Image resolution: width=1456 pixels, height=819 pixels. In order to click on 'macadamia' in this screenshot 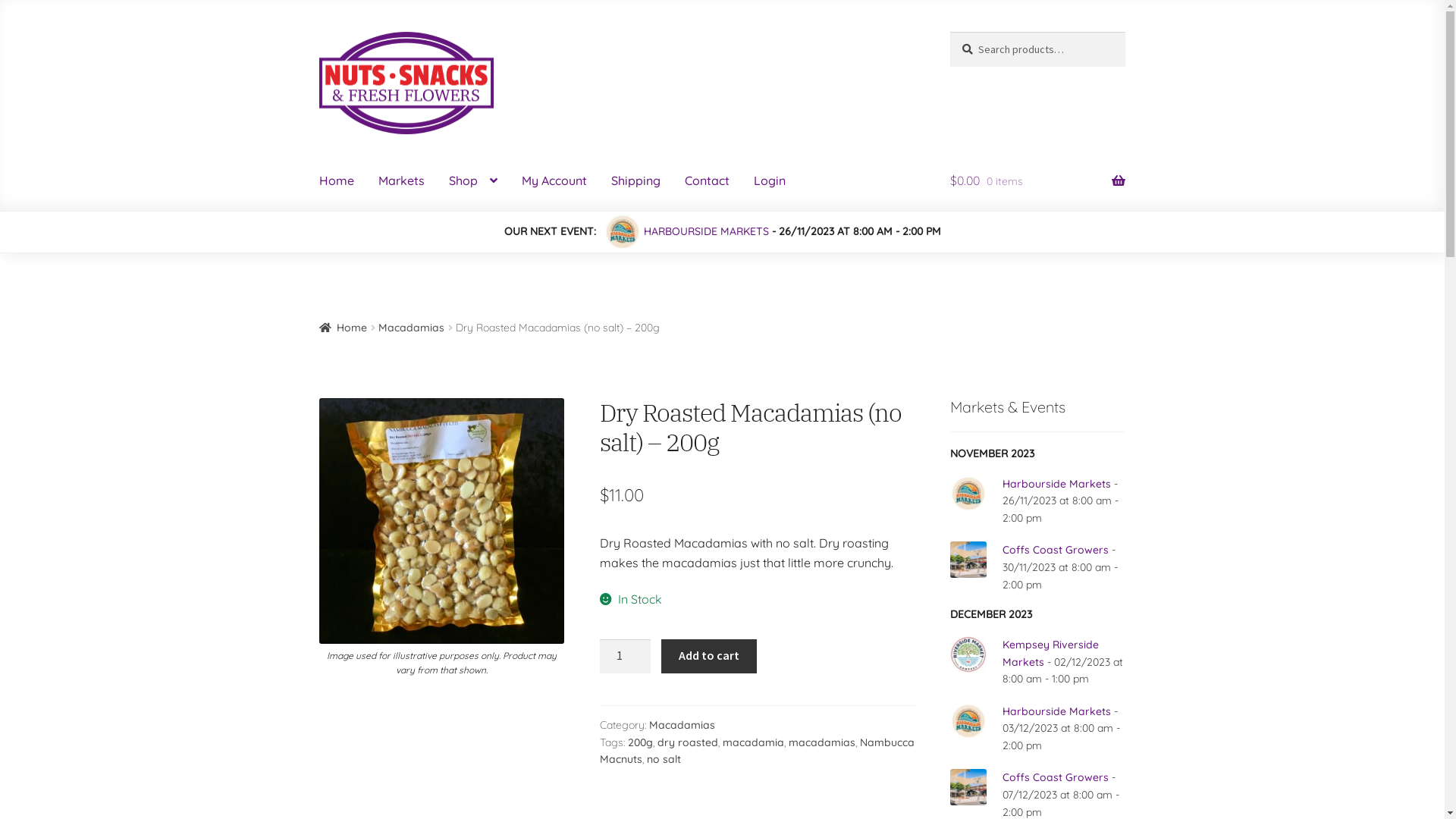, I will do `click(753, 742)`.